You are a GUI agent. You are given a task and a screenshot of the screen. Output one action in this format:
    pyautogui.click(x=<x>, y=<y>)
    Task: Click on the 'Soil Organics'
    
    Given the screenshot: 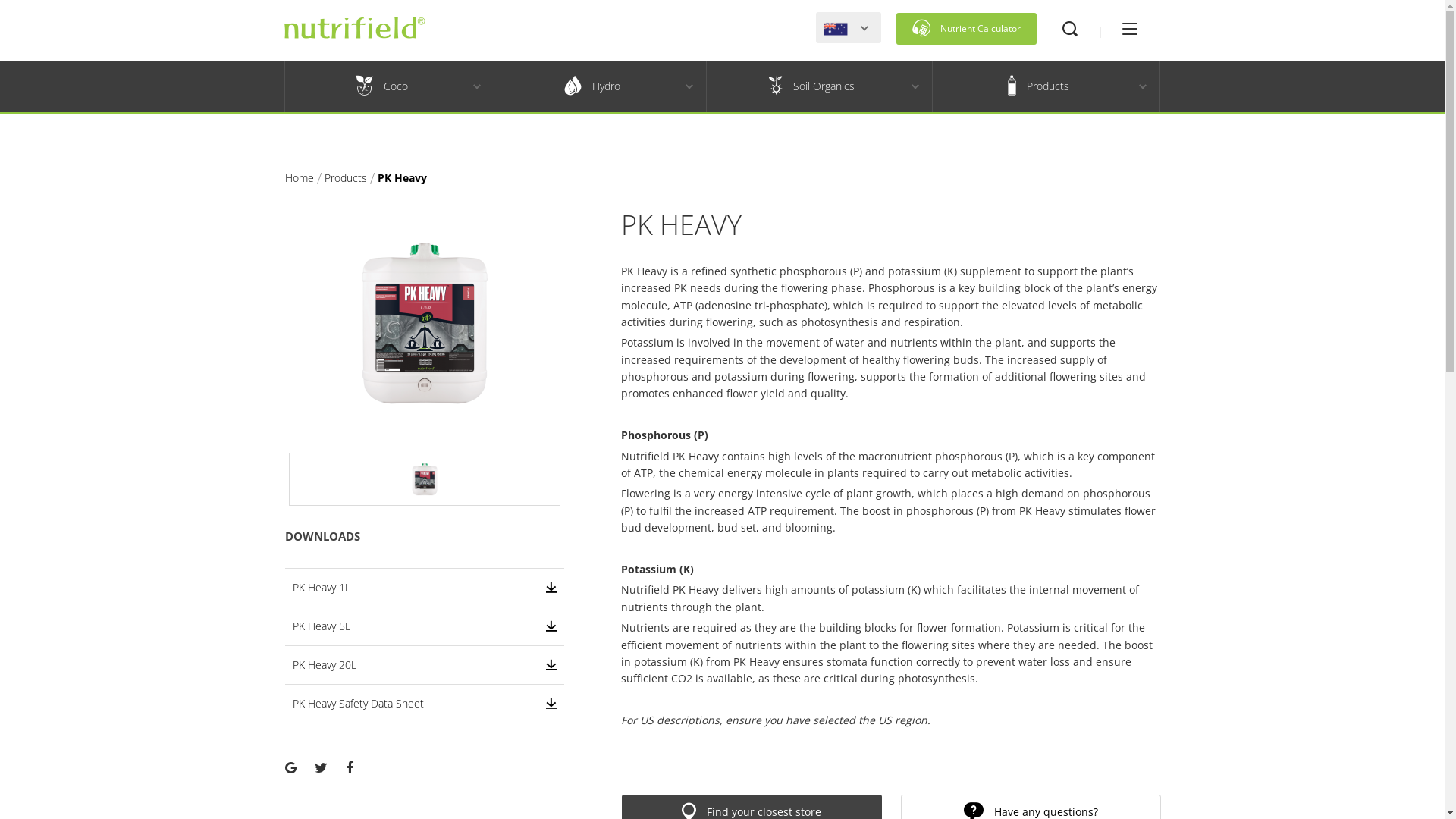 What is the action you would take?
    pyautogui.click(x=705, y=86)
    